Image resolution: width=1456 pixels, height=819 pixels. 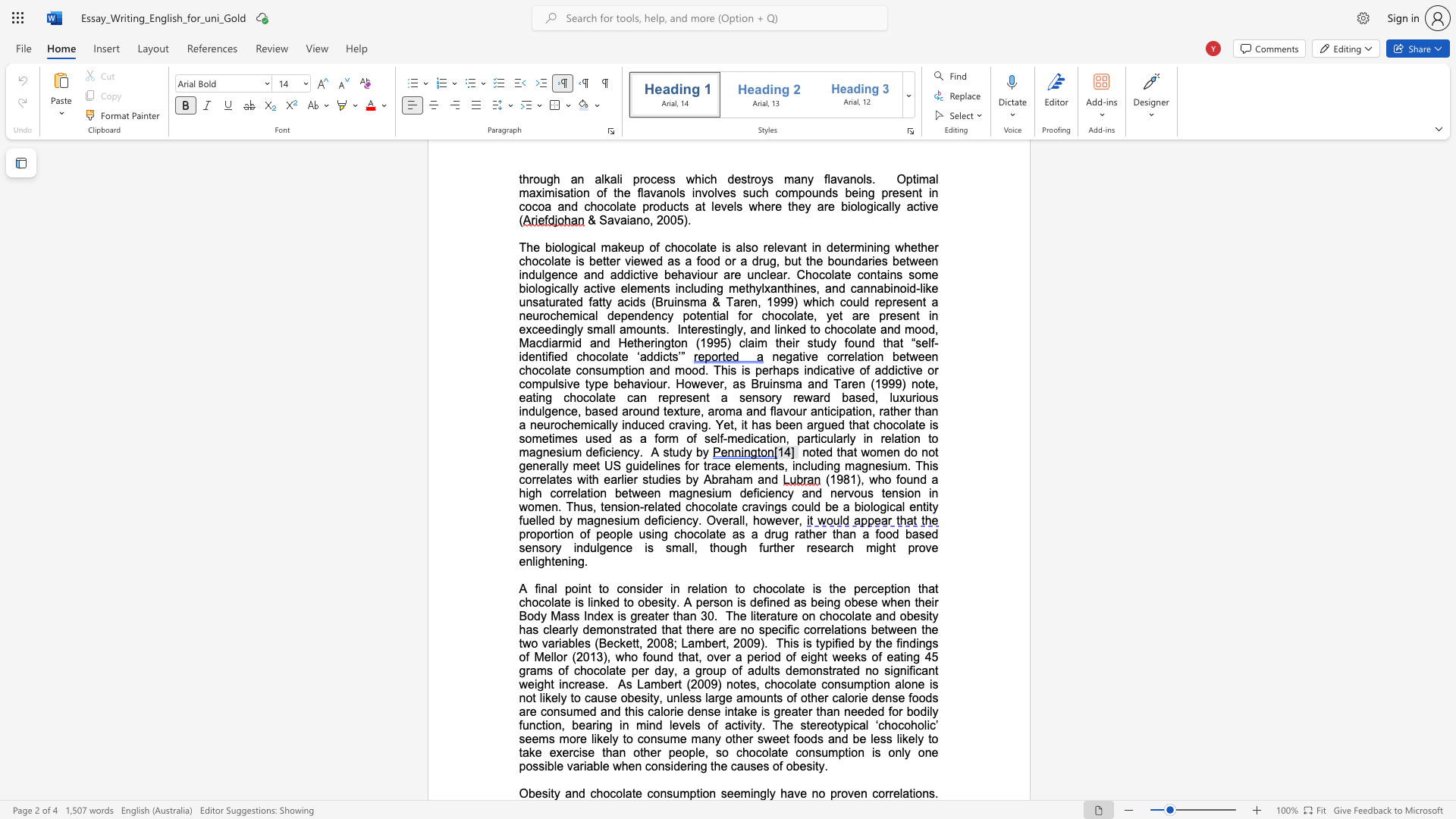 What do you see at coordinates (553, 792) in the screenshot?
I see `the subset text "y and chocolate consumption" within the text "Obesity and chocolate consumption"` at bounding box center [553, 792].